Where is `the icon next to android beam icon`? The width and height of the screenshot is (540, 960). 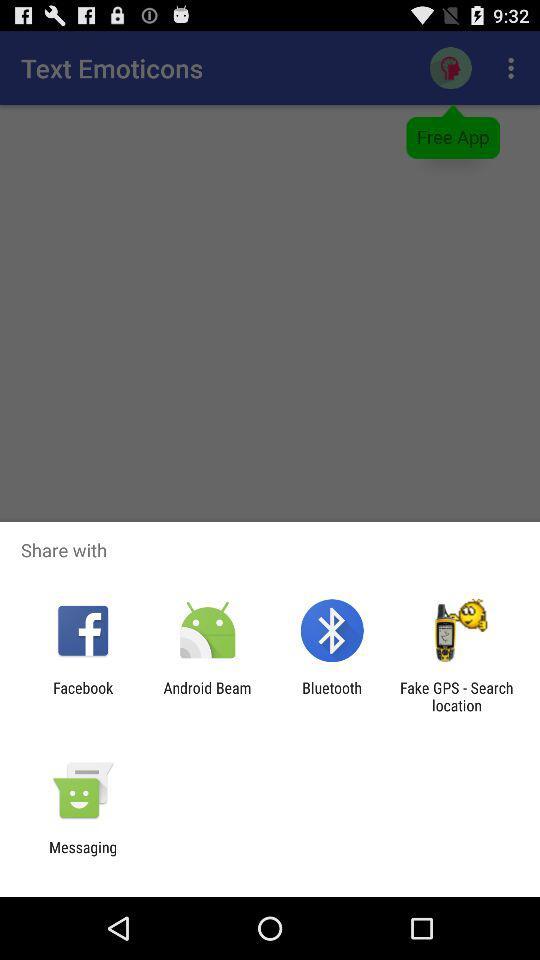
the icon next to android beam icon is located at coordinates (332, 696).